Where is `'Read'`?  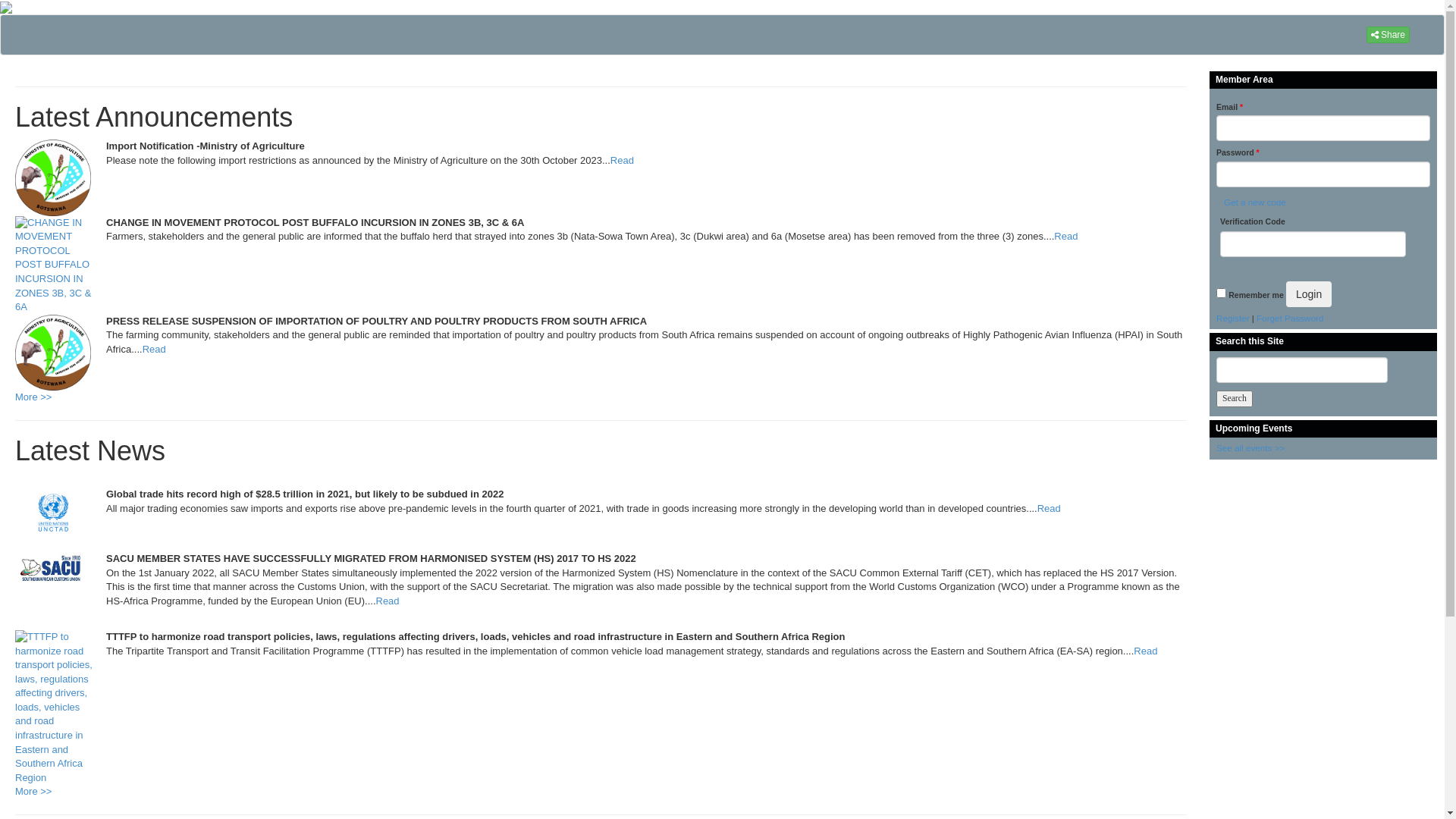
'Read' is located at coordinates (1048, 508).